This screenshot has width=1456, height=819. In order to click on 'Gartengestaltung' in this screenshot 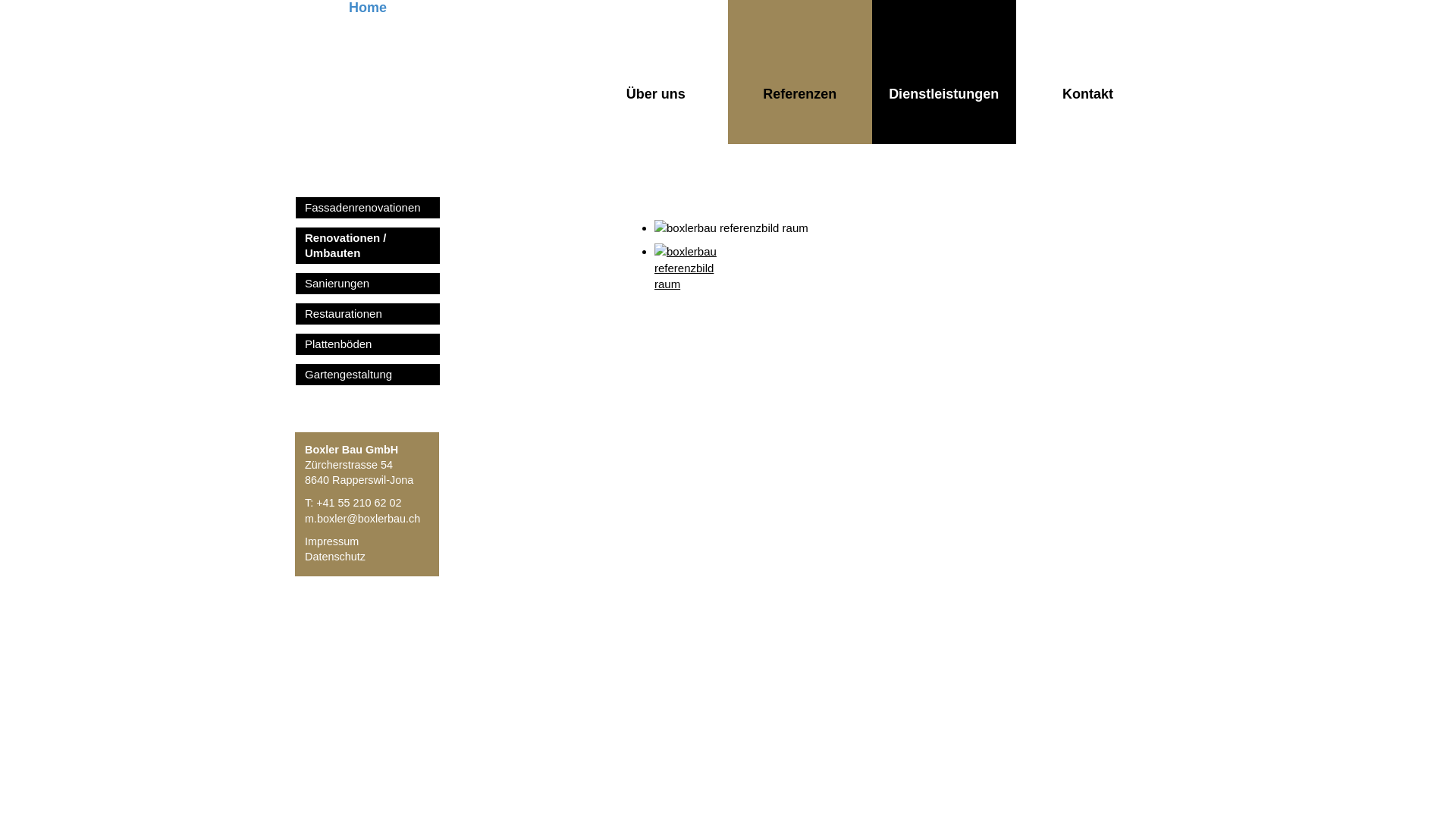, I will do `click(295, 374)`.